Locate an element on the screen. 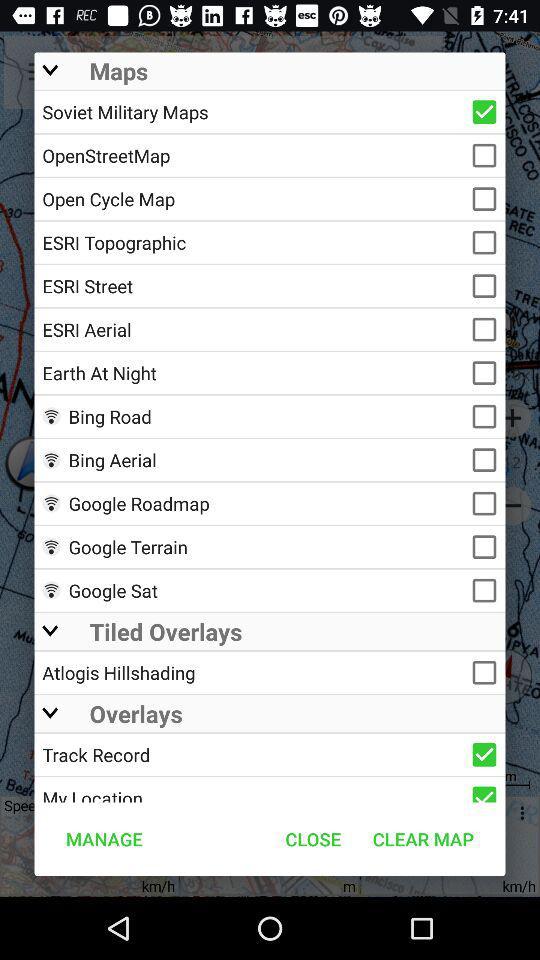  the item below the my location is located at coordinates (313, 839).